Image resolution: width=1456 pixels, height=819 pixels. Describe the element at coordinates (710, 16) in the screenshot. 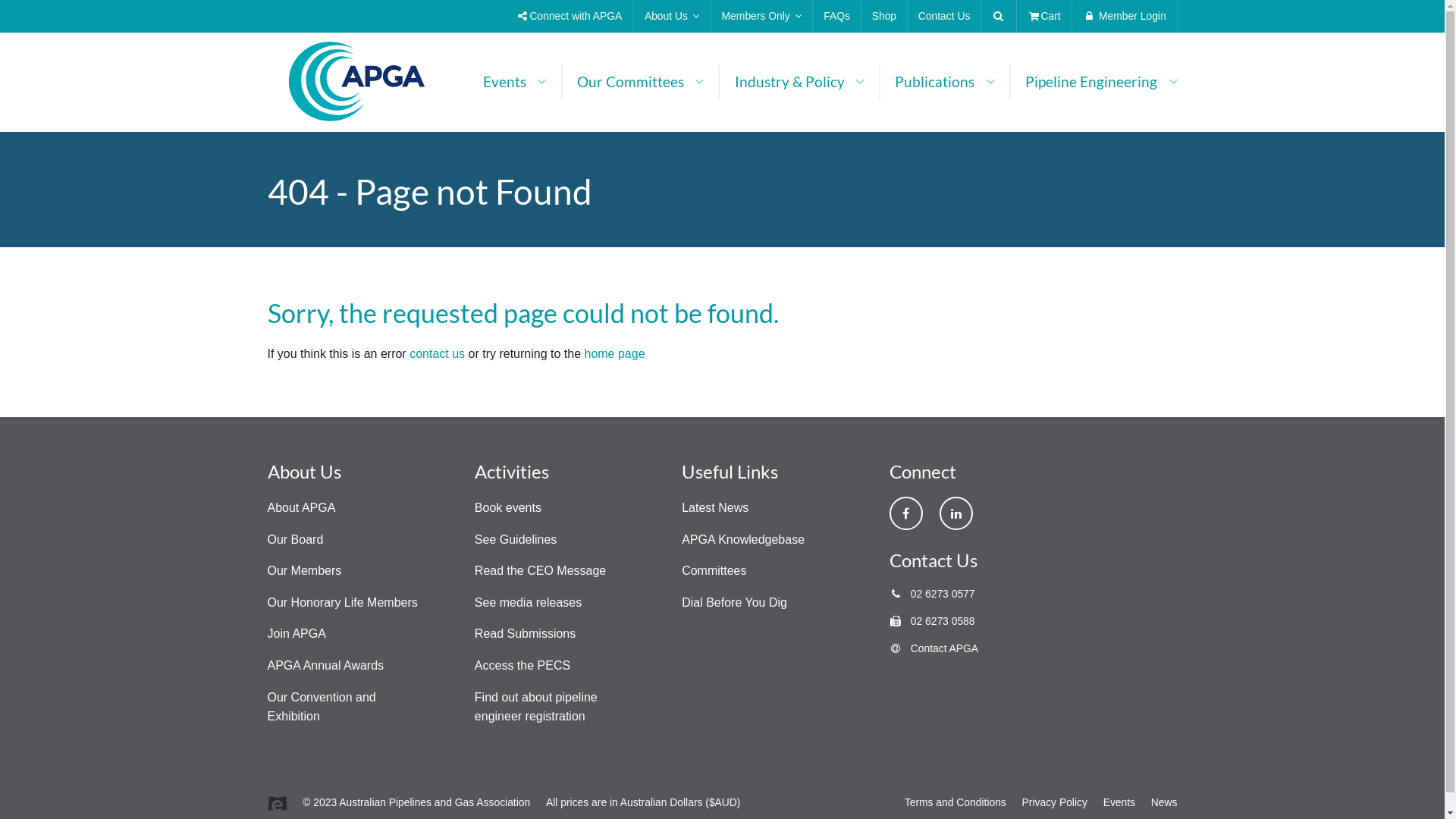

I see `'Members Only'` at that location.